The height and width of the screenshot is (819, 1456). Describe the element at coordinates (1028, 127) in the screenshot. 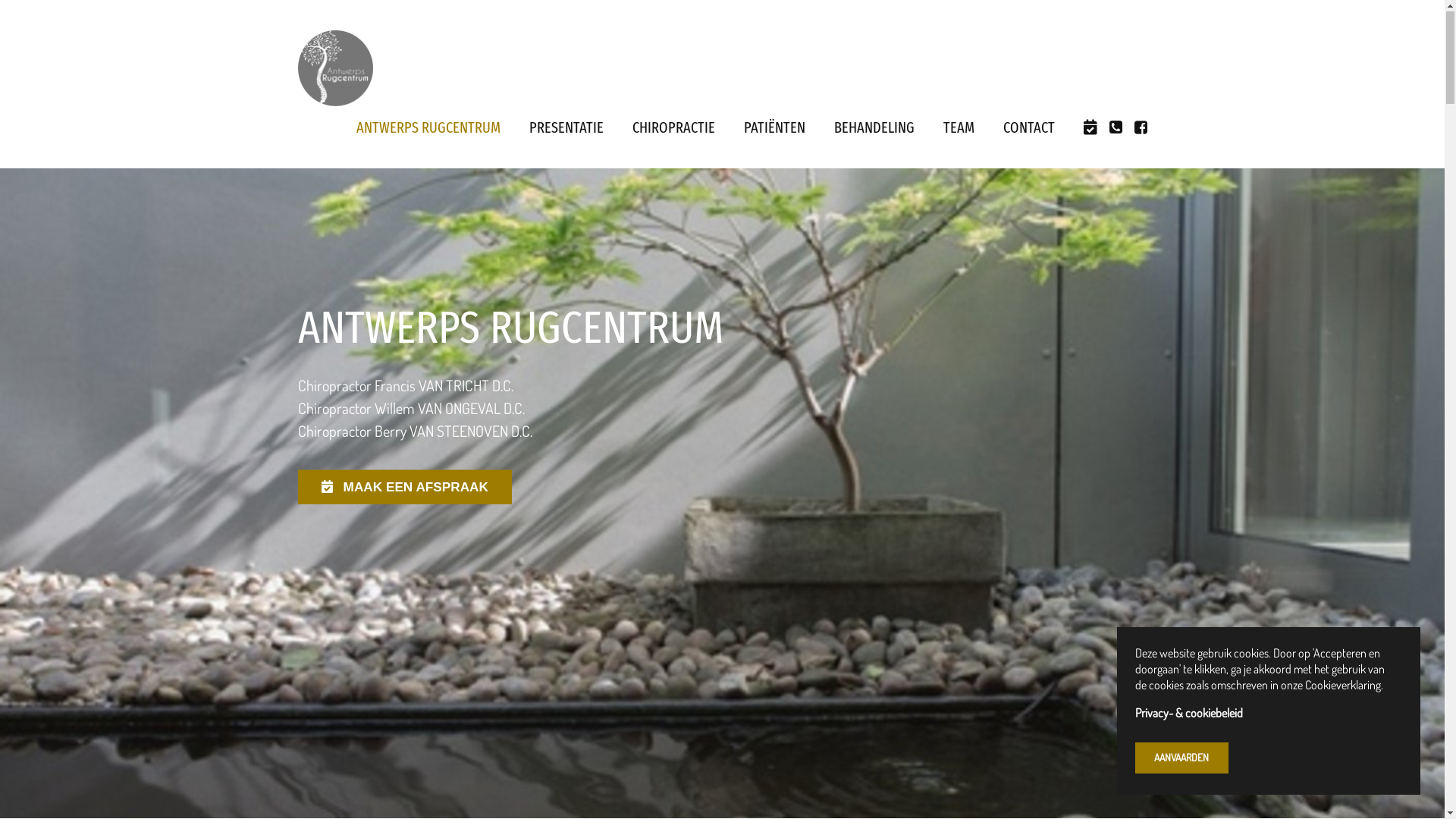

I see `'CONTACT'` at that location.